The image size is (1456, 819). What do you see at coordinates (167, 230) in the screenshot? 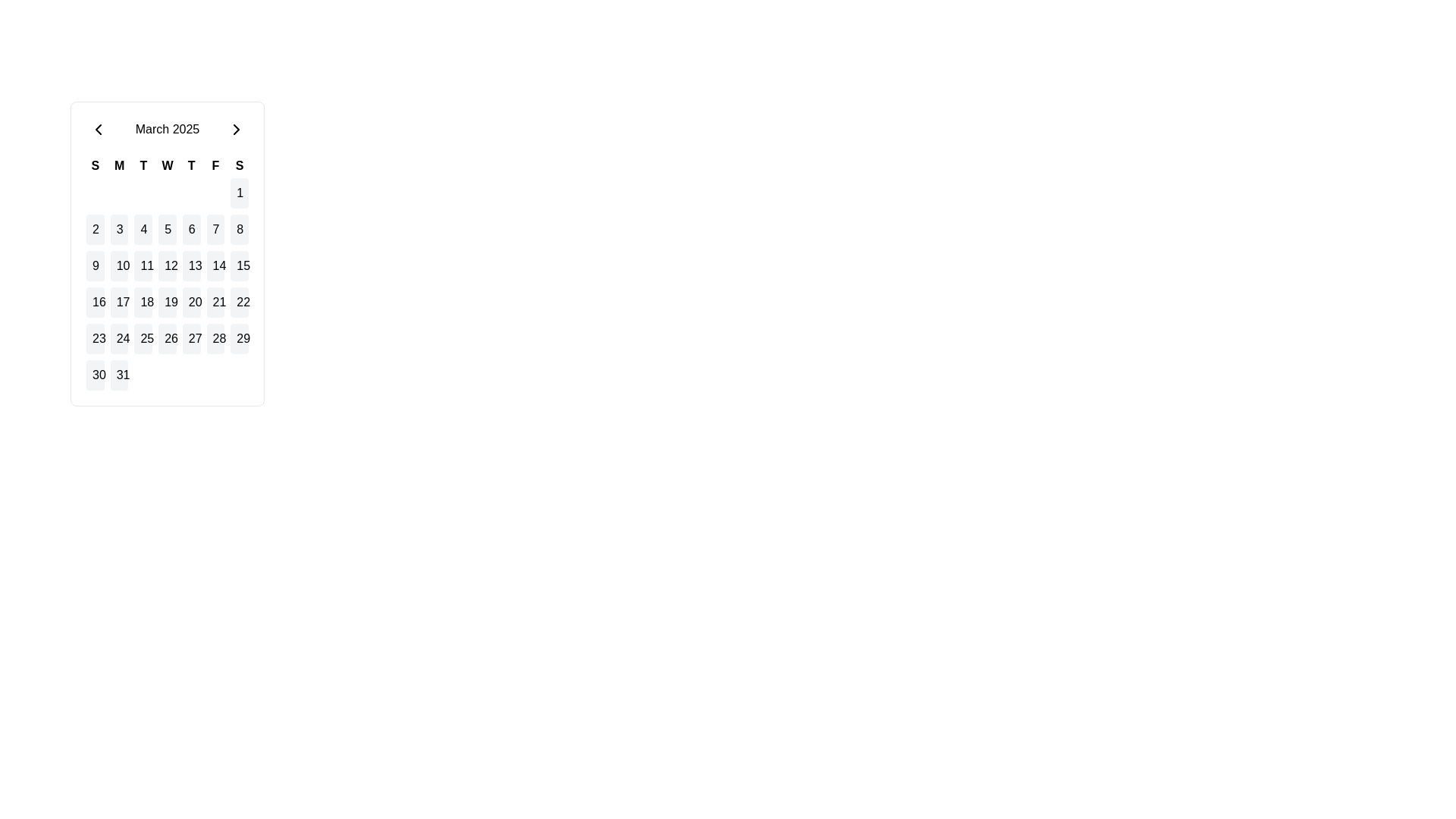
I see `the button` at bounding box center [167, 230].